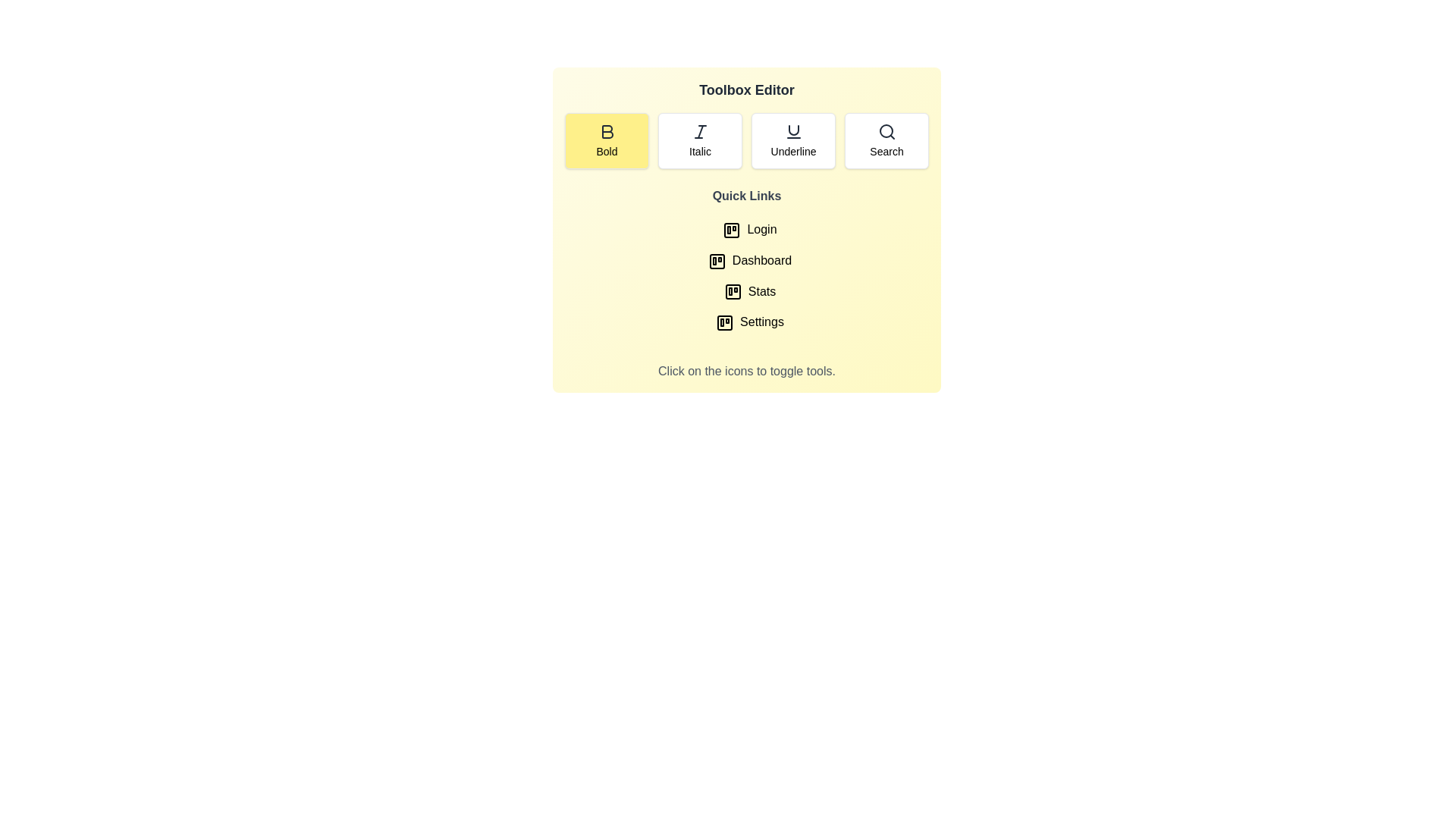  What do you see at coordinates (746, 322) in the screenshot?
I see `the quick link Settings` at bounding box center [746, 322].